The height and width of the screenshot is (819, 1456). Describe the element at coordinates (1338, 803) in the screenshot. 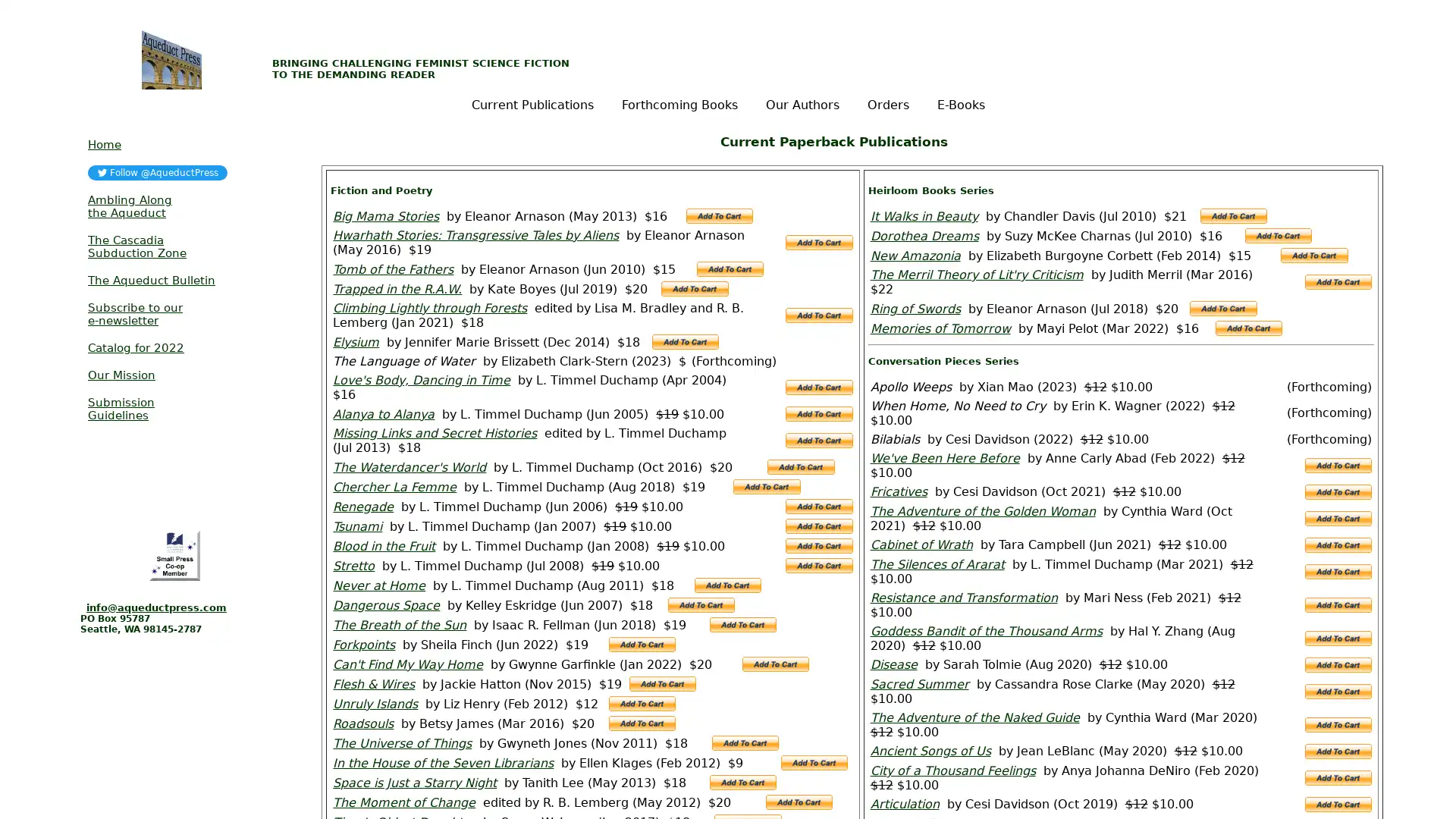

I see `Make payments with PayPal - it\'s fast, free and secure!` at that location.